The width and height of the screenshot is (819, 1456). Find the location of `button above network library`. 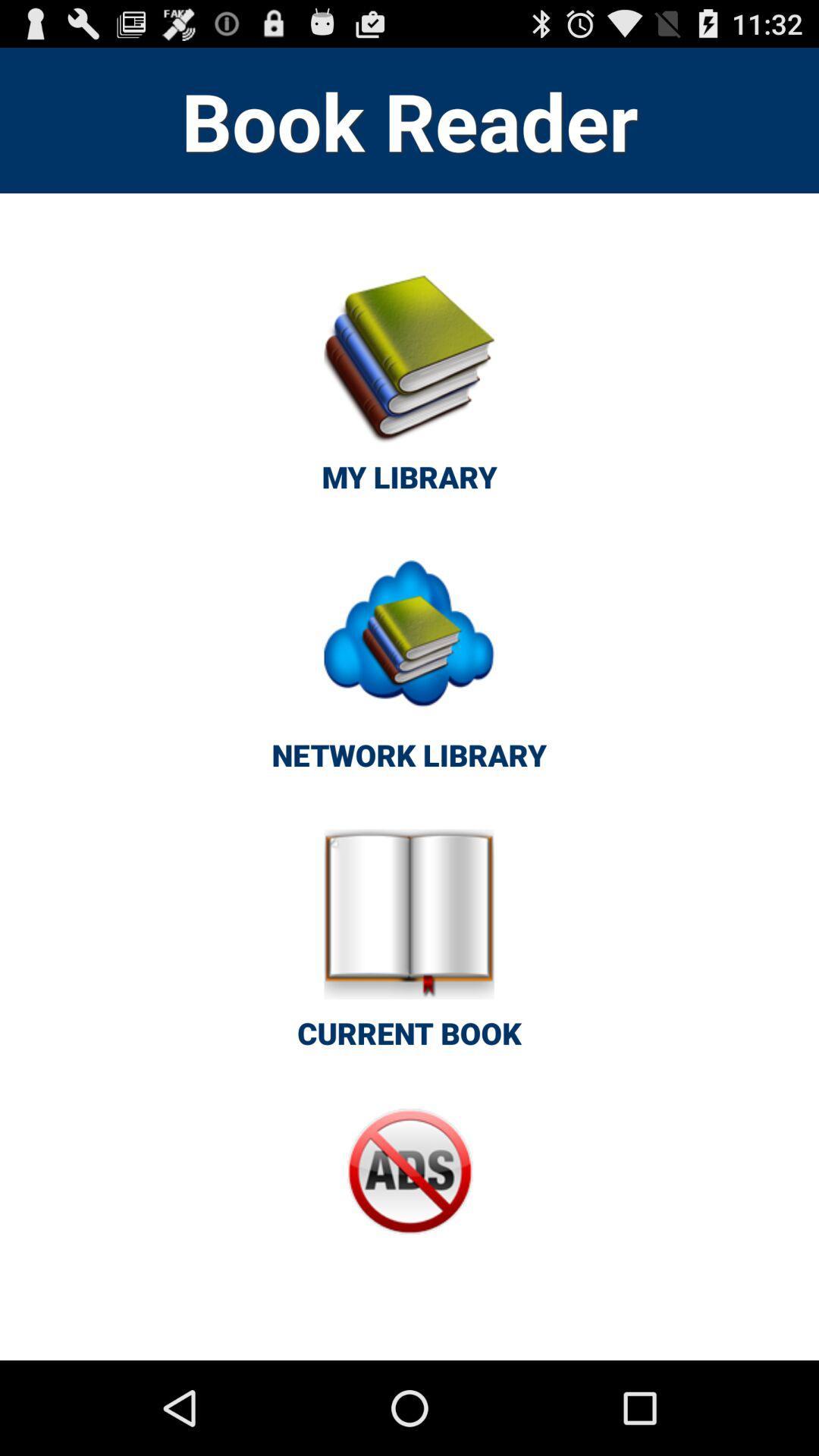

button above network library is located at coordinates (409, 392).